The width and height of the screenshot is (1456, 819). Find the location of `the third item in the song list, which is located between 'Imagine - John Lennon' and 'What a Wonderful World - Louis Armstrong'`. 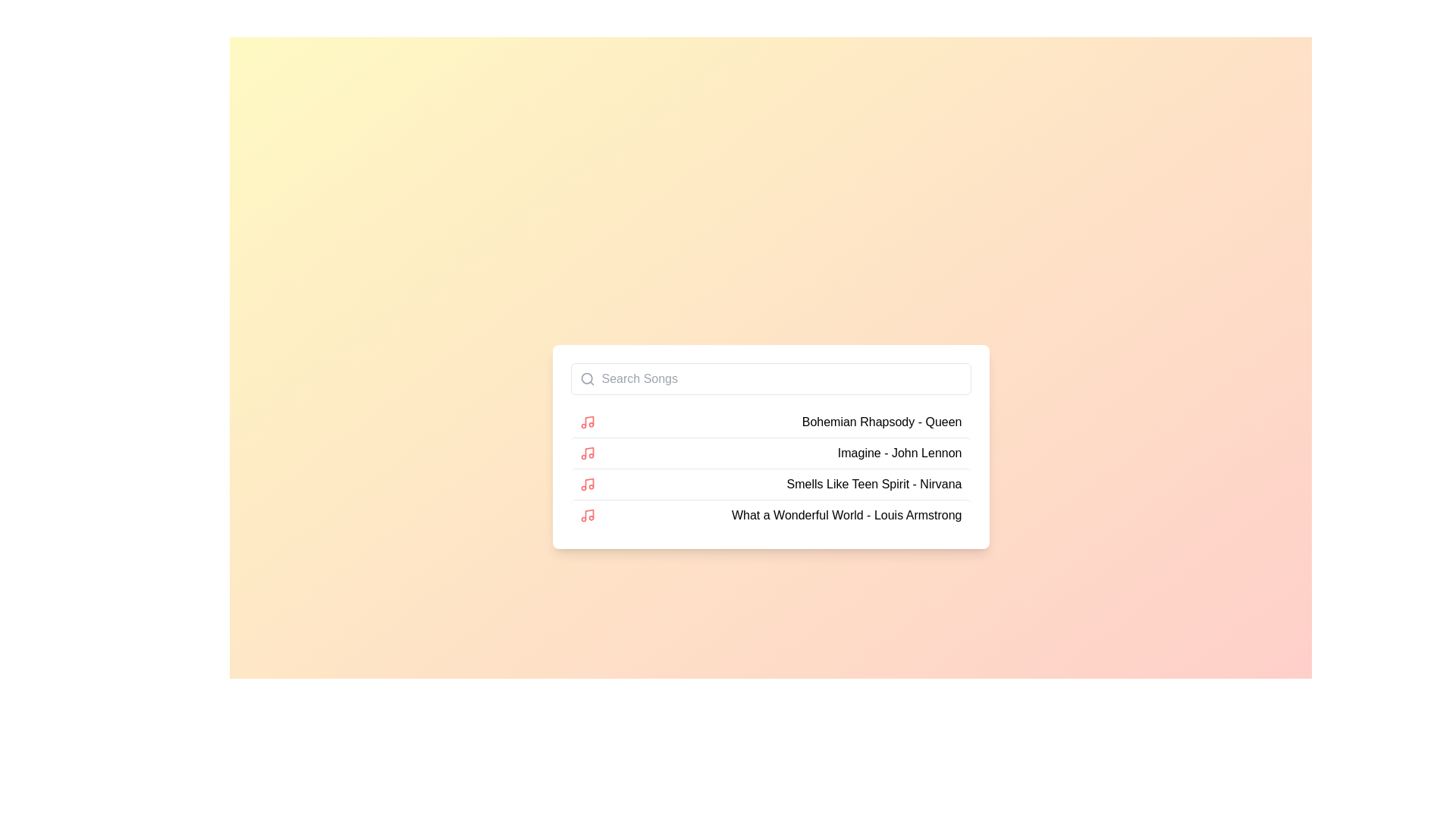

the third item in the song list, which is located between 'Imagine - John Lennon' and 'What a Wonderful World - Louis Armstrong' is located at coordinates (770, 483).